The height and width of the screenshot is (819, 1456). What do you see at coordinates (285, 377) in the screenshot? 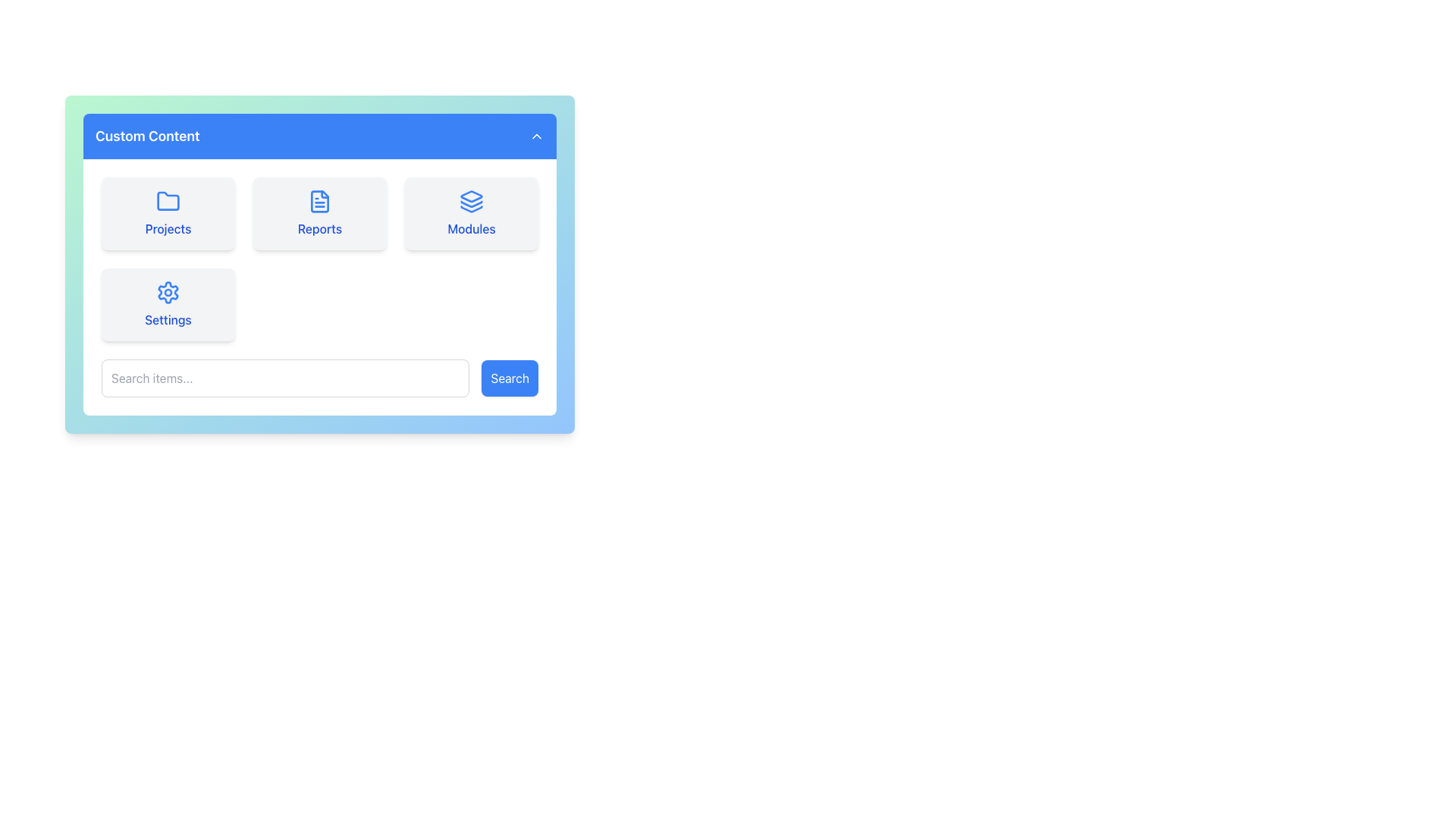
I see `the search input field, which is the leftmost element in the row alongside a blue 'Search' button` at bounding box center [285, 377].